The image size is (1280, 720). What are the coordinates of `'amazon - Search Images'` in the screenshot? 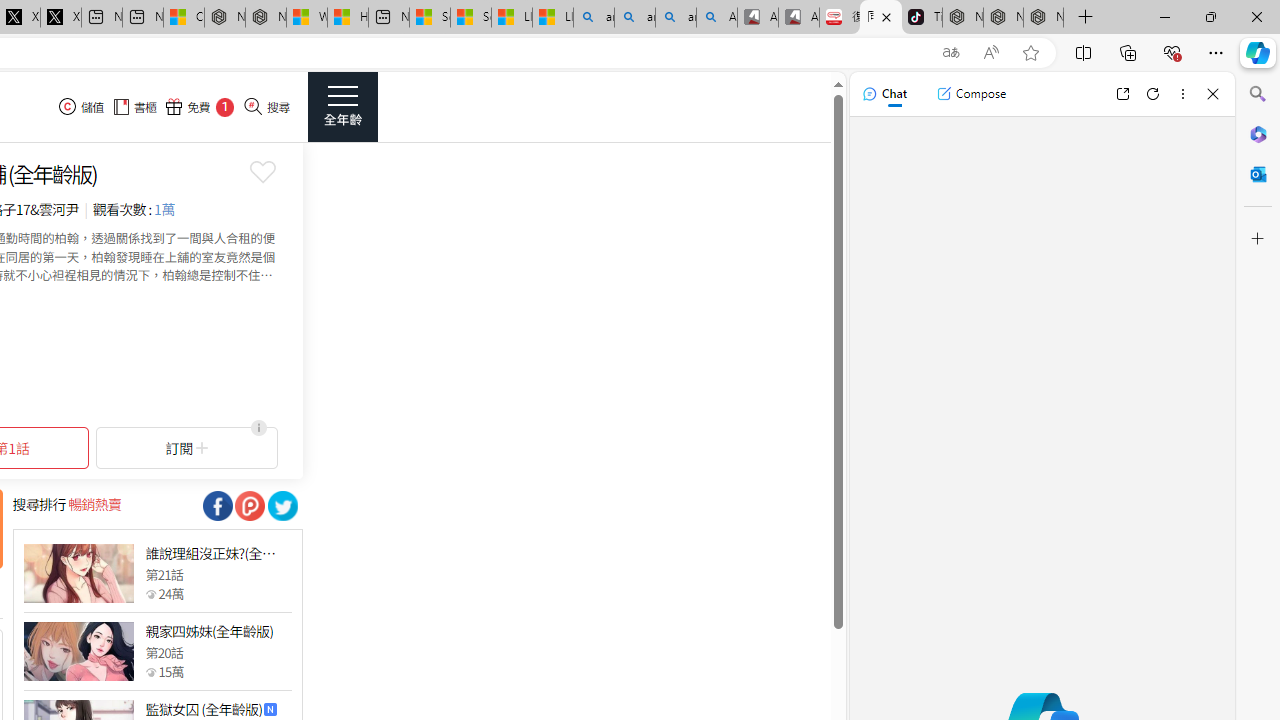 It's located at (675, 17).